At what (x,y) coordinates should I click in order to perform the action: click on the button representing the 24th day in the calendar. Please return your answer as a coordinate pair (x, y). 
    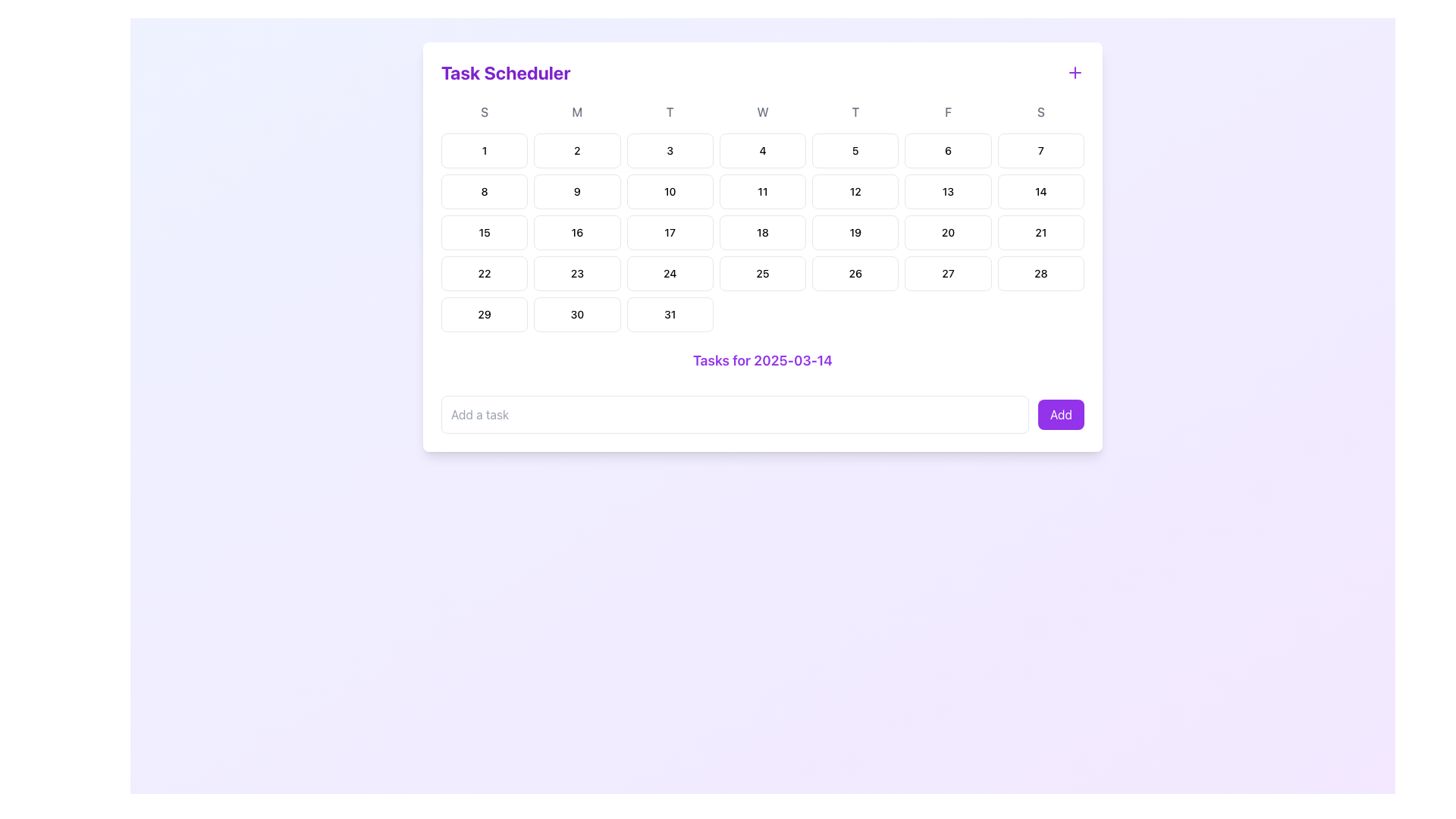
    Looking at the image, I should click on (669, 274).